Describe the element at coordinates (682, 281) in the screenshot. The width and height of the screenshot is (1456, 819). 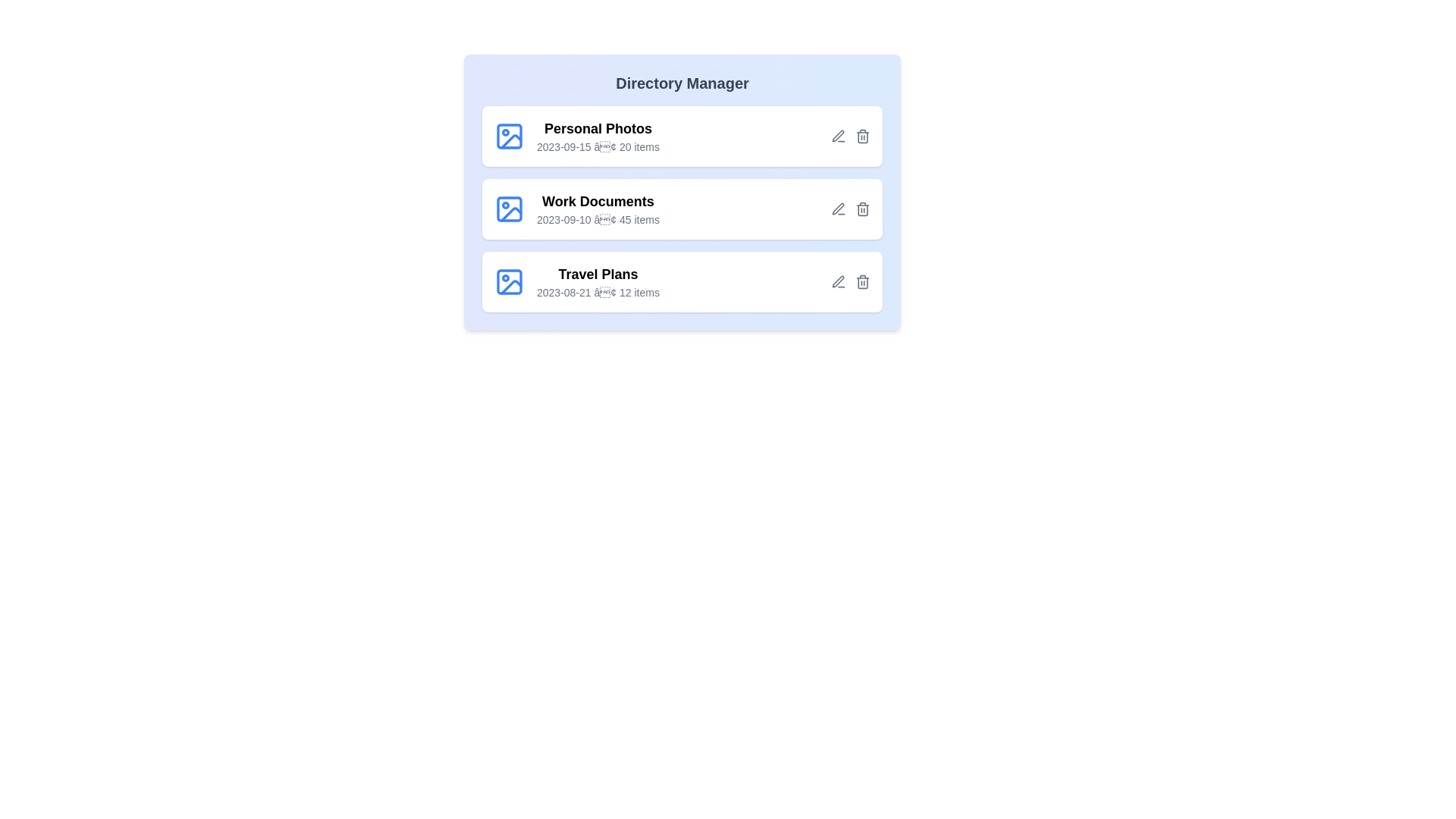
I see `the directory item labeled 'Travel Plans' to observe the hover effect` at that location.